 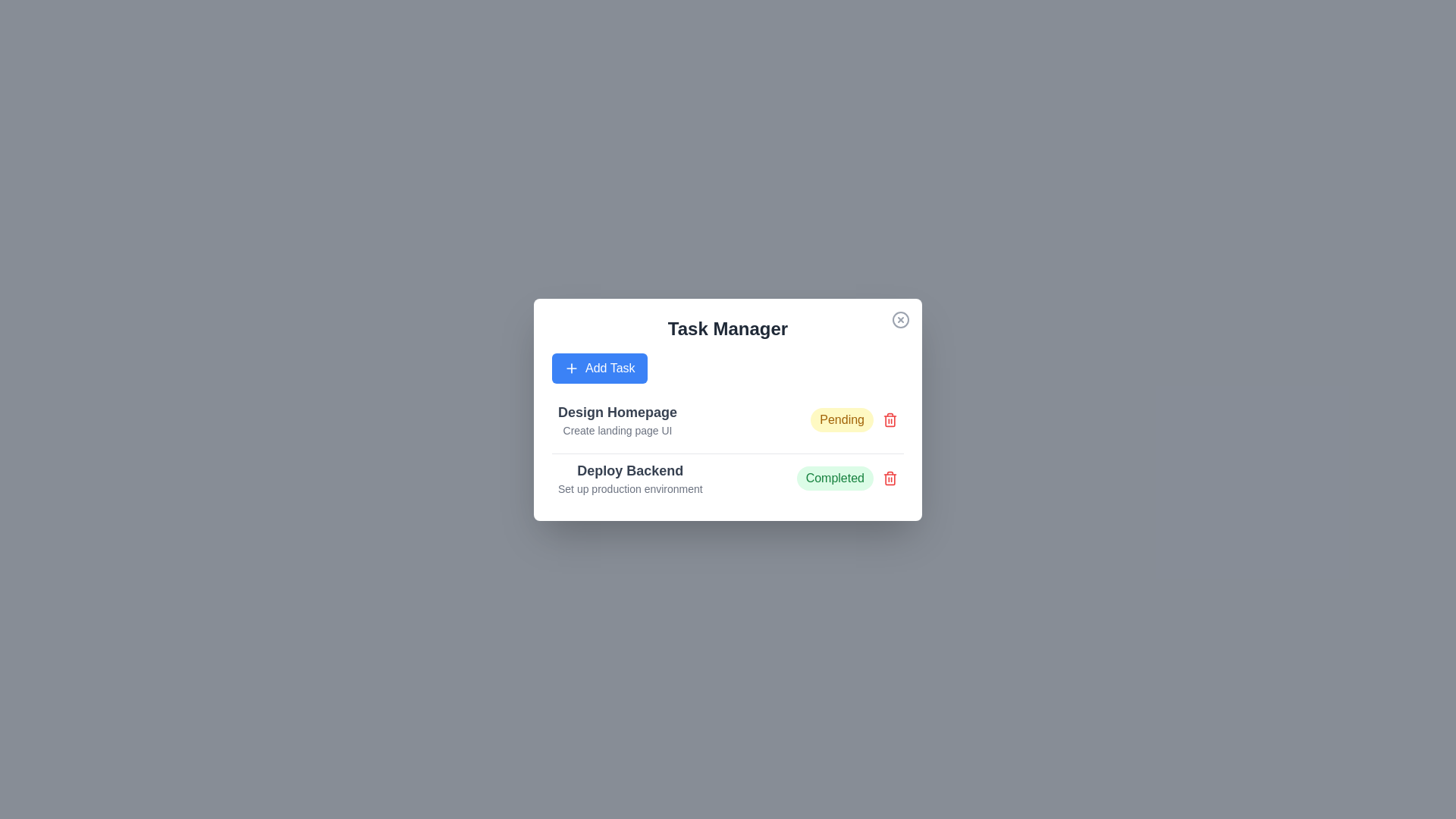 What do you see at coordinates (890, 419) in the screenshot?
I see `the delete button located immediately to the right of the 'Pending' status label in the top task of the 'Task Manager' section` at bounding box center [890, 419].